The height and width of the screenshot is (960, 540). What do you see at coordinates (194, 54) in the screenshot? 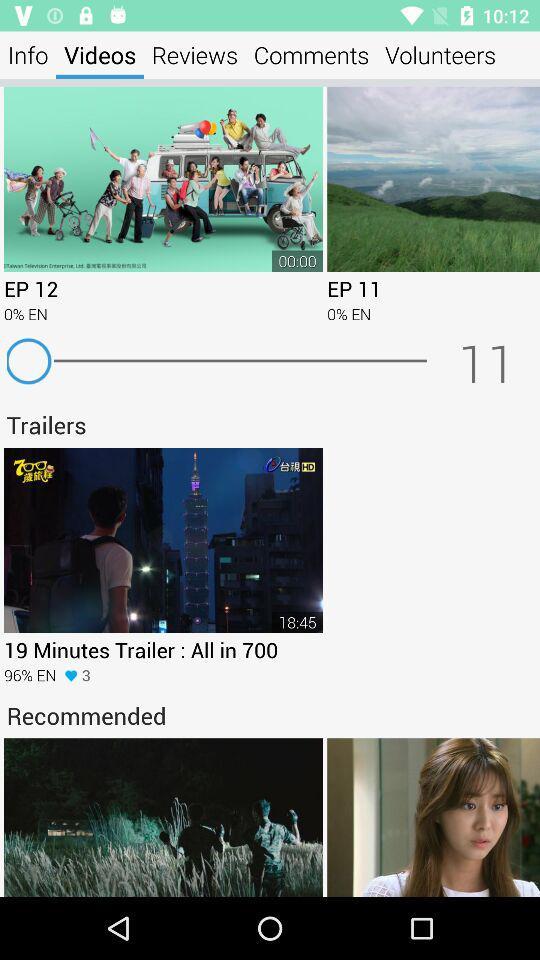
I see `item to the right of videos icon` at bounding box center [194, 54].